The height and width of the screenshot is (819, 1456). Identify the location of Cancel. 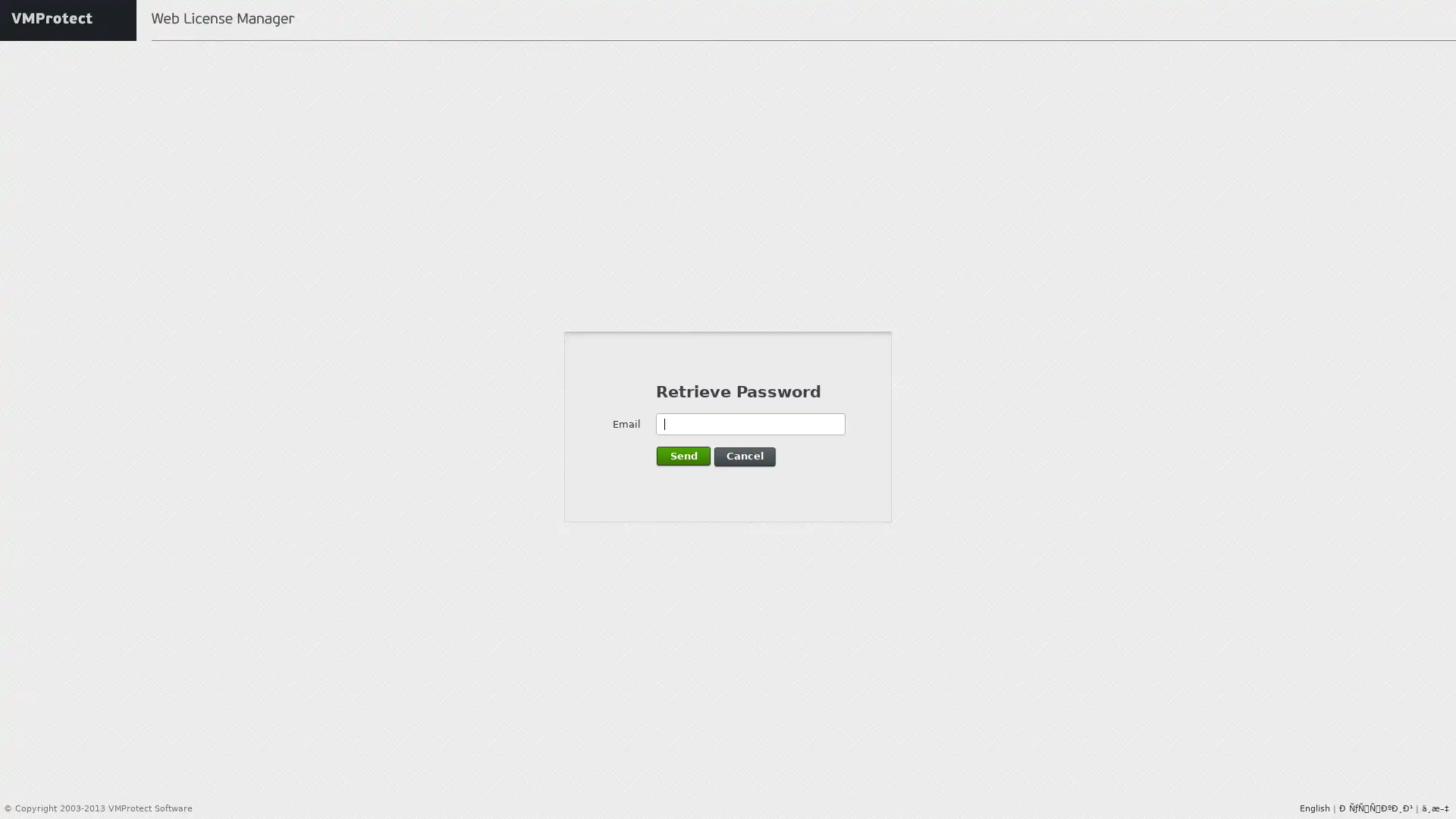
(745, 456).